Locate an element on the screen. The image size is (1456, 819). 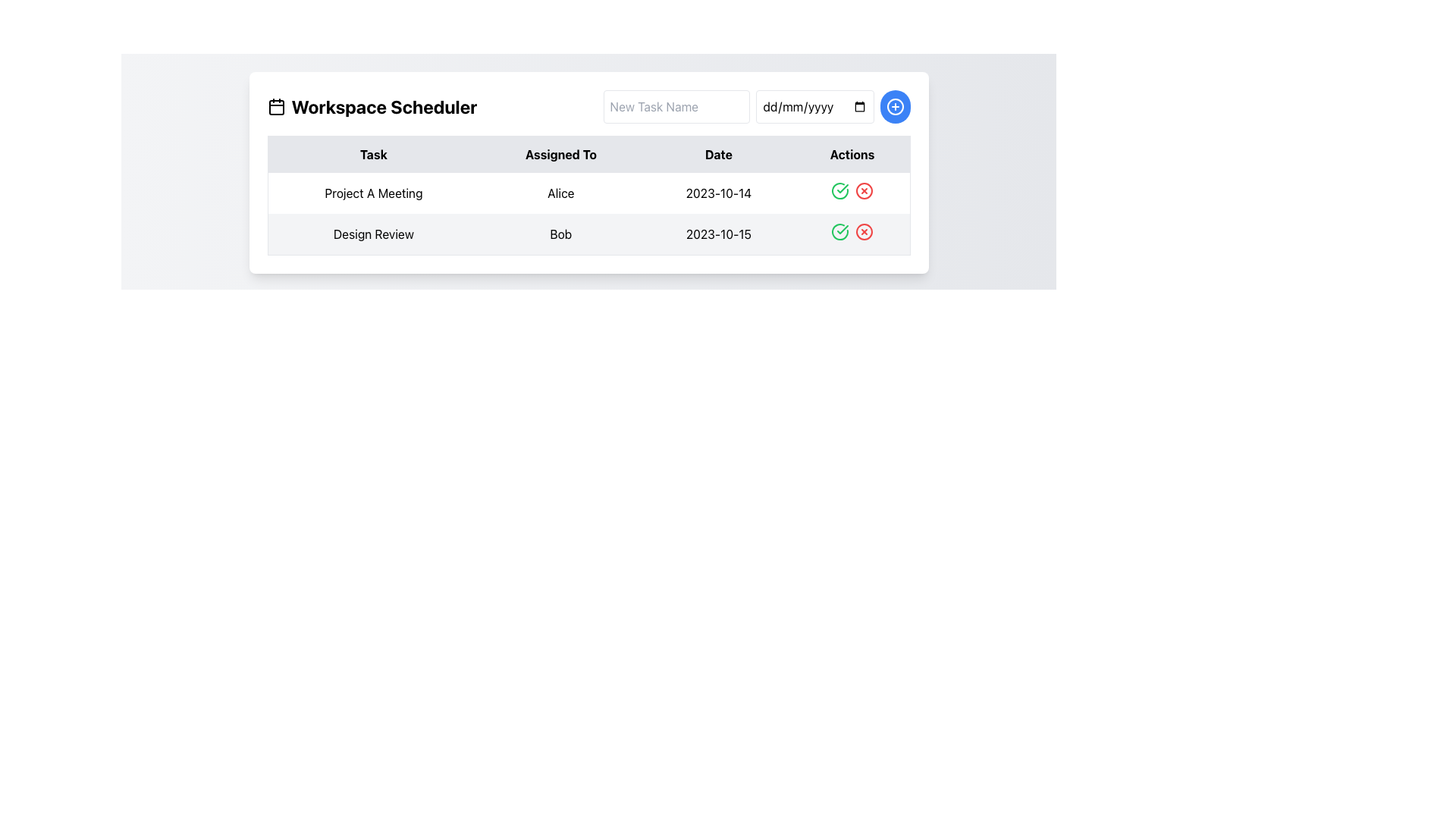
the Static text element labeled 'Task', which is the leftmost column header in the table, distinguished by its bold font and light gray background is located at coordinates (373, 154).